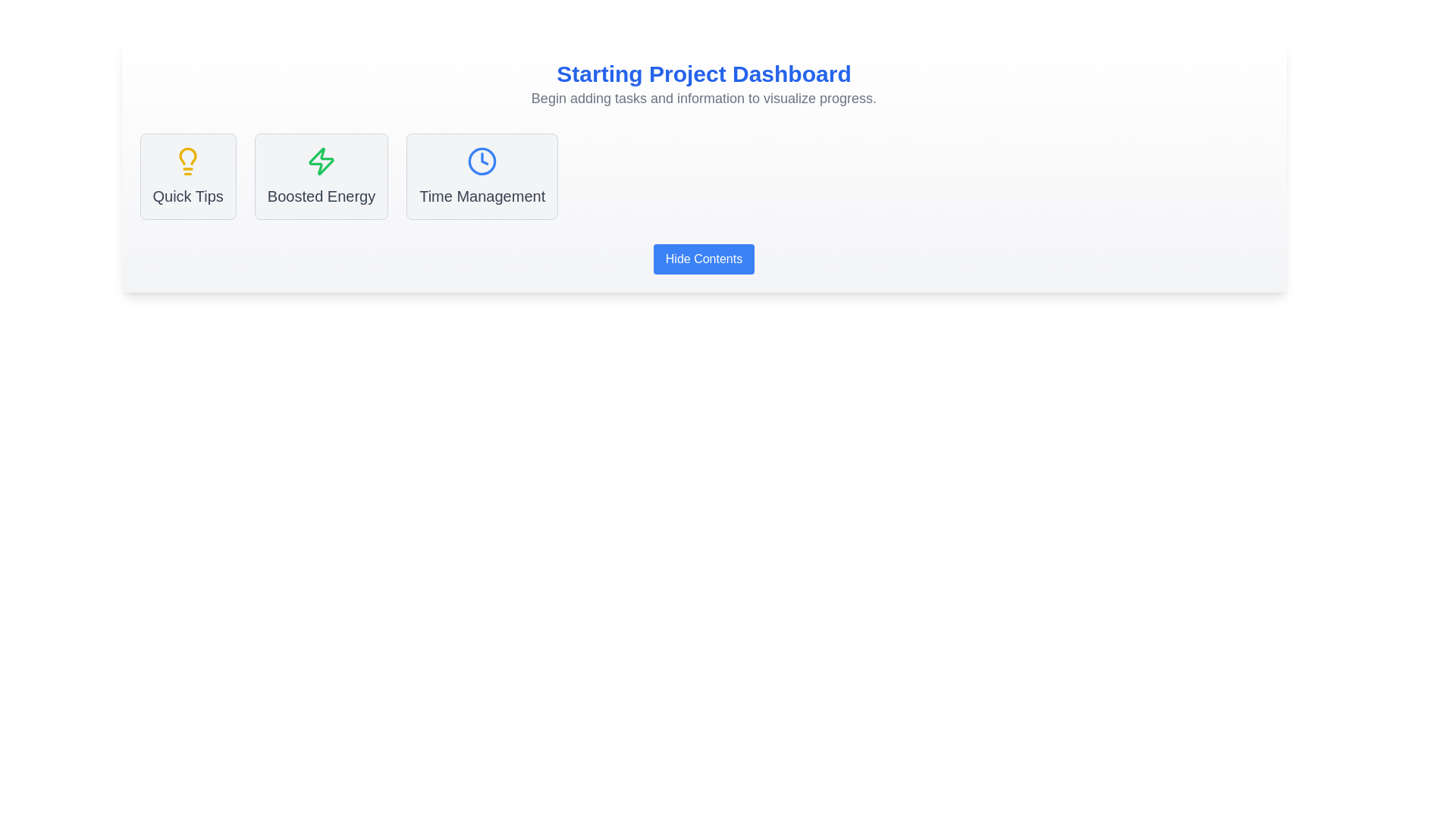 This screenshot has height=819, width=1456. I want to click on the blue triangular clock hand located within the clock icon in the 'Time Management' card, which is the third card from the left, so click(484, 158).